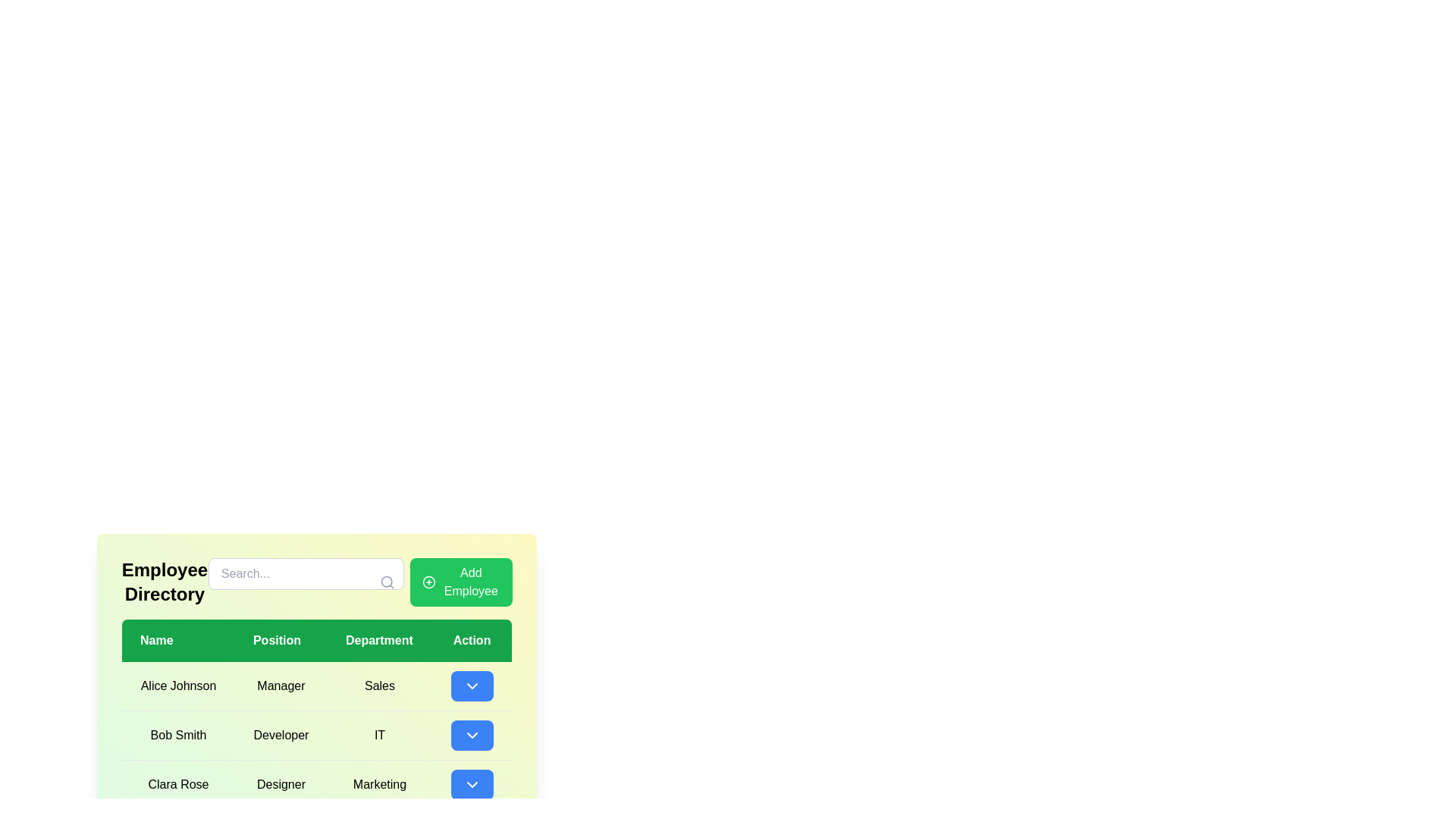 The width and height of the screenshot is (1456, 819). What do you see at coordinates (281, 784) in the screenshot?
I see `the static text cell displaying the job position of employee 'Clara Rose' in the table, which is located in the 'Position' column between 'Name' and 'Department' columns` at bounding box center [281, 784].